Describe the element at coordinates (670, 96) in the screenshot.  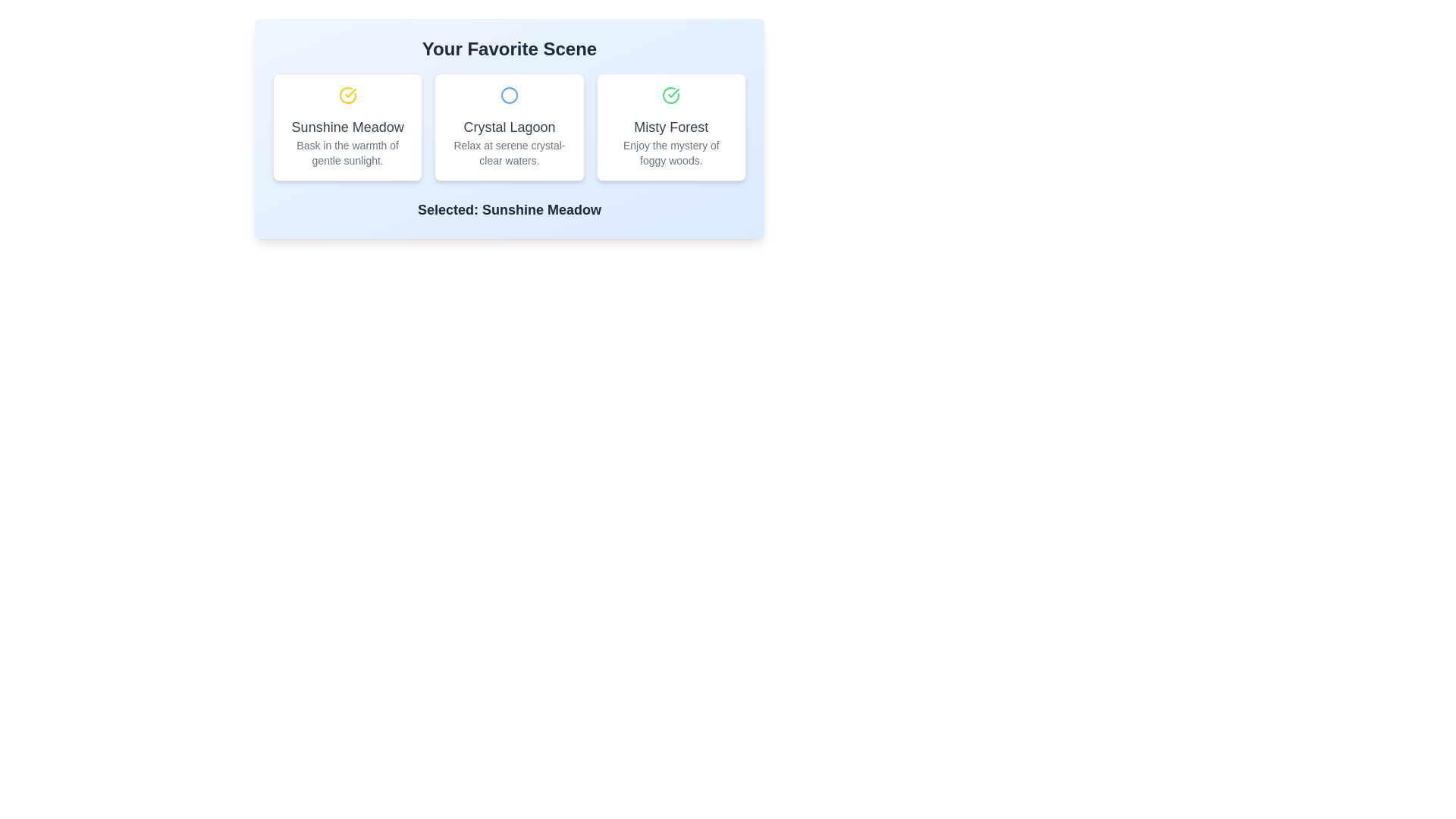
I see `the selection status icon for the 'Misty Forest' card, located at the top center of the card in the rightmost position among three horizontally displayed cards` at that location.